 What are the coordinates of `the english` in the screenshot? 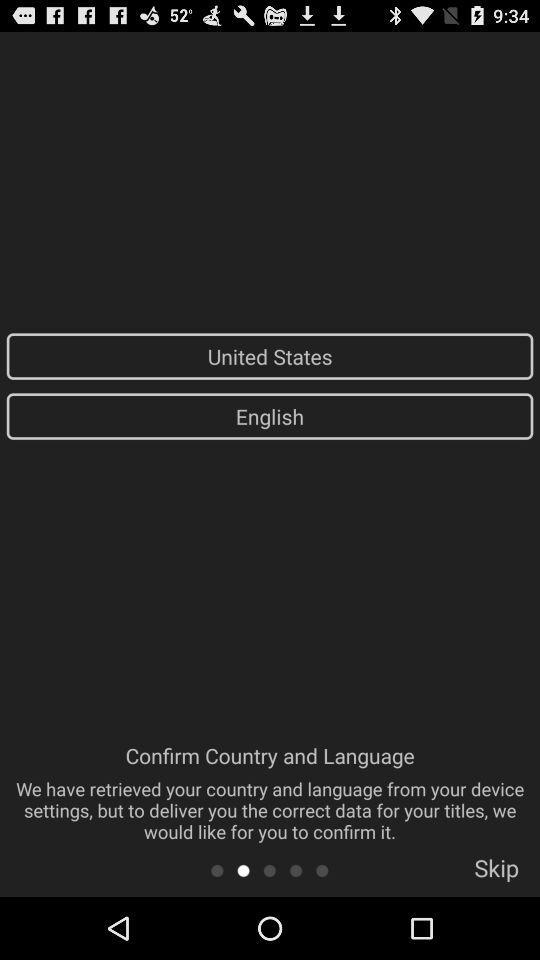 It's located at (270, 415).